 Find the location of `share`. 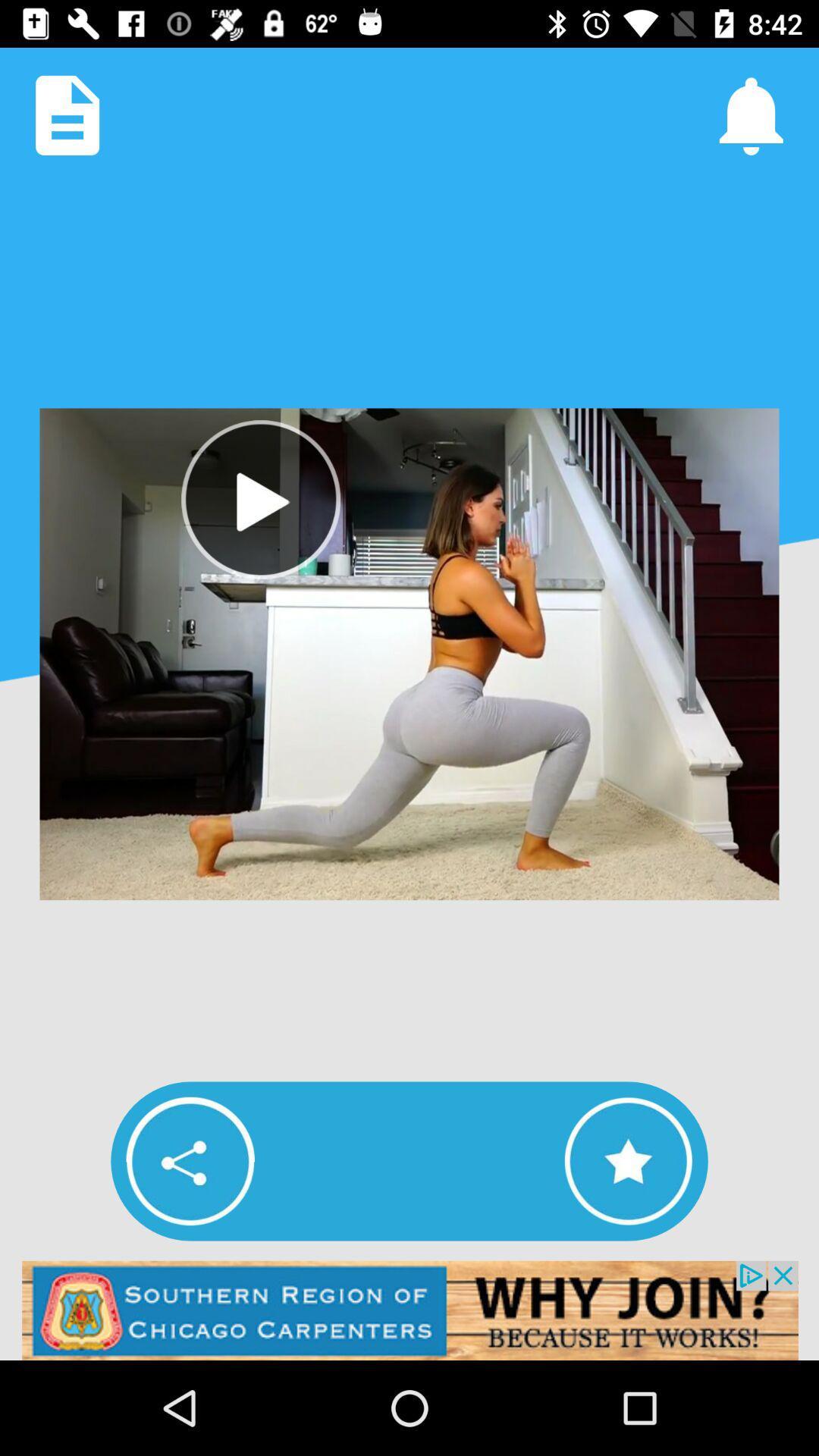

share is located at coordinates (190, 1160).